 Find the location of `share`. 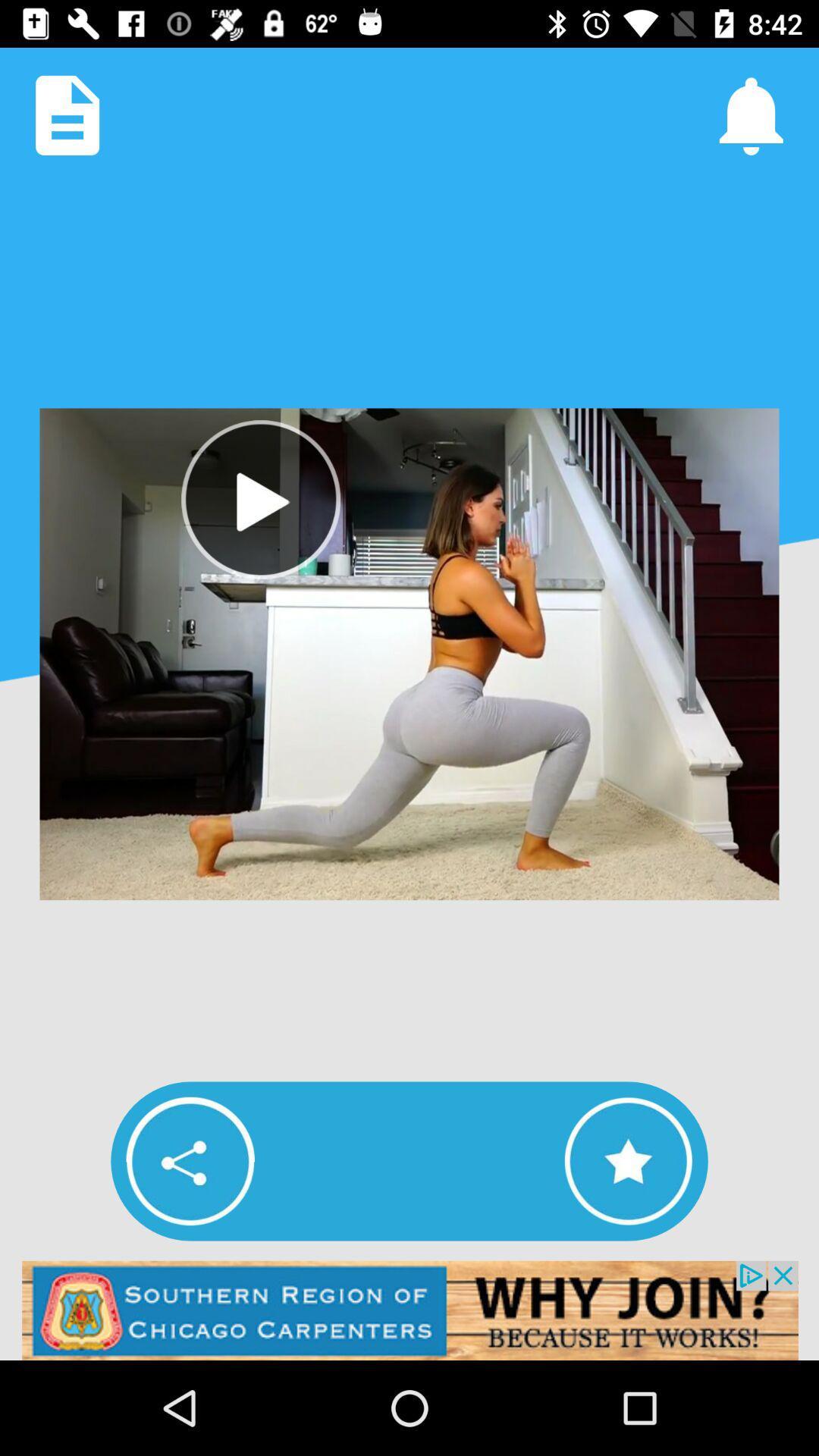

share is located at coordinates (190, 1160).